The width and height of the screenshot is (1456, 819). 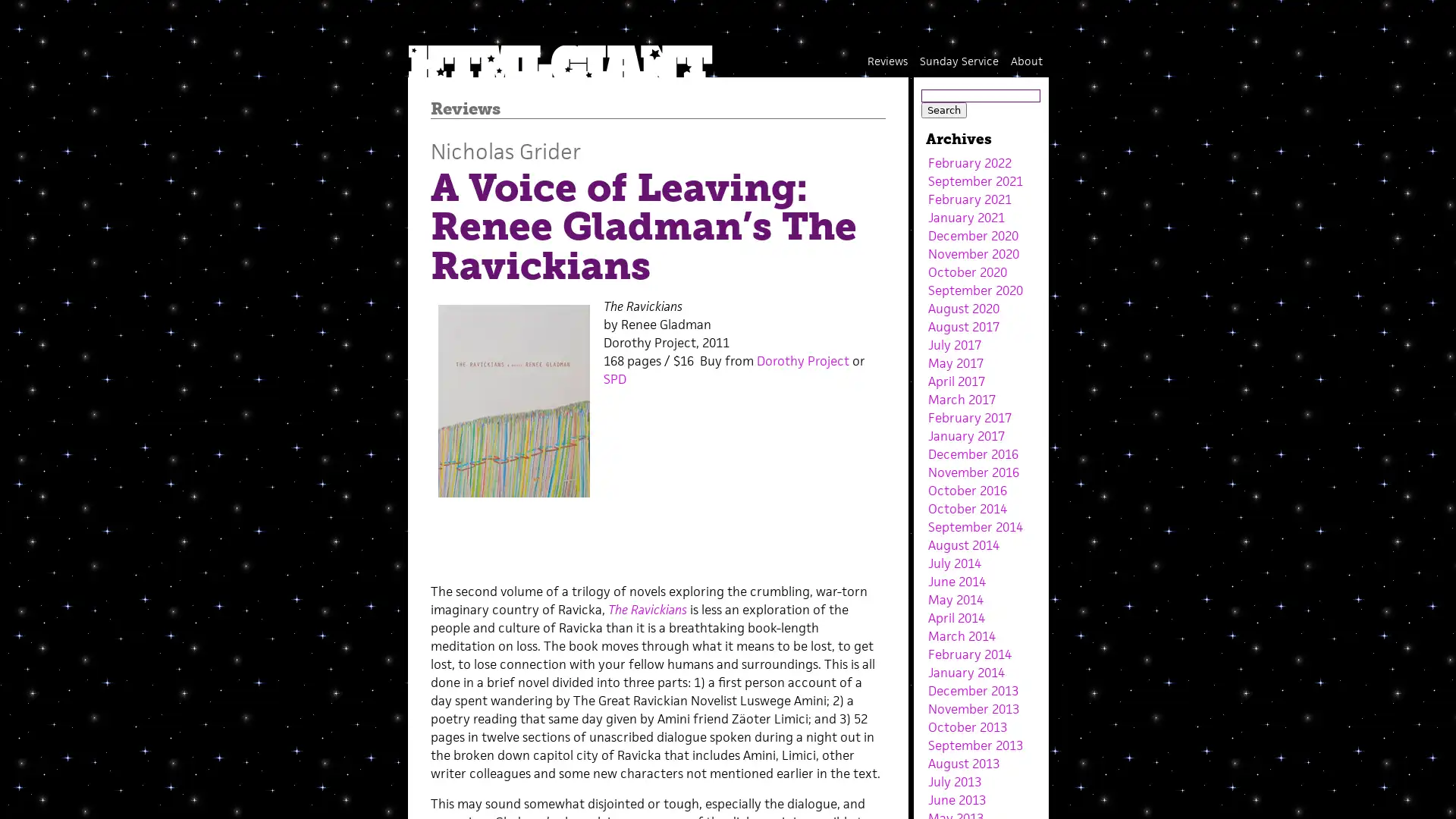 I want to click on Search, so click(x=942, y=108).